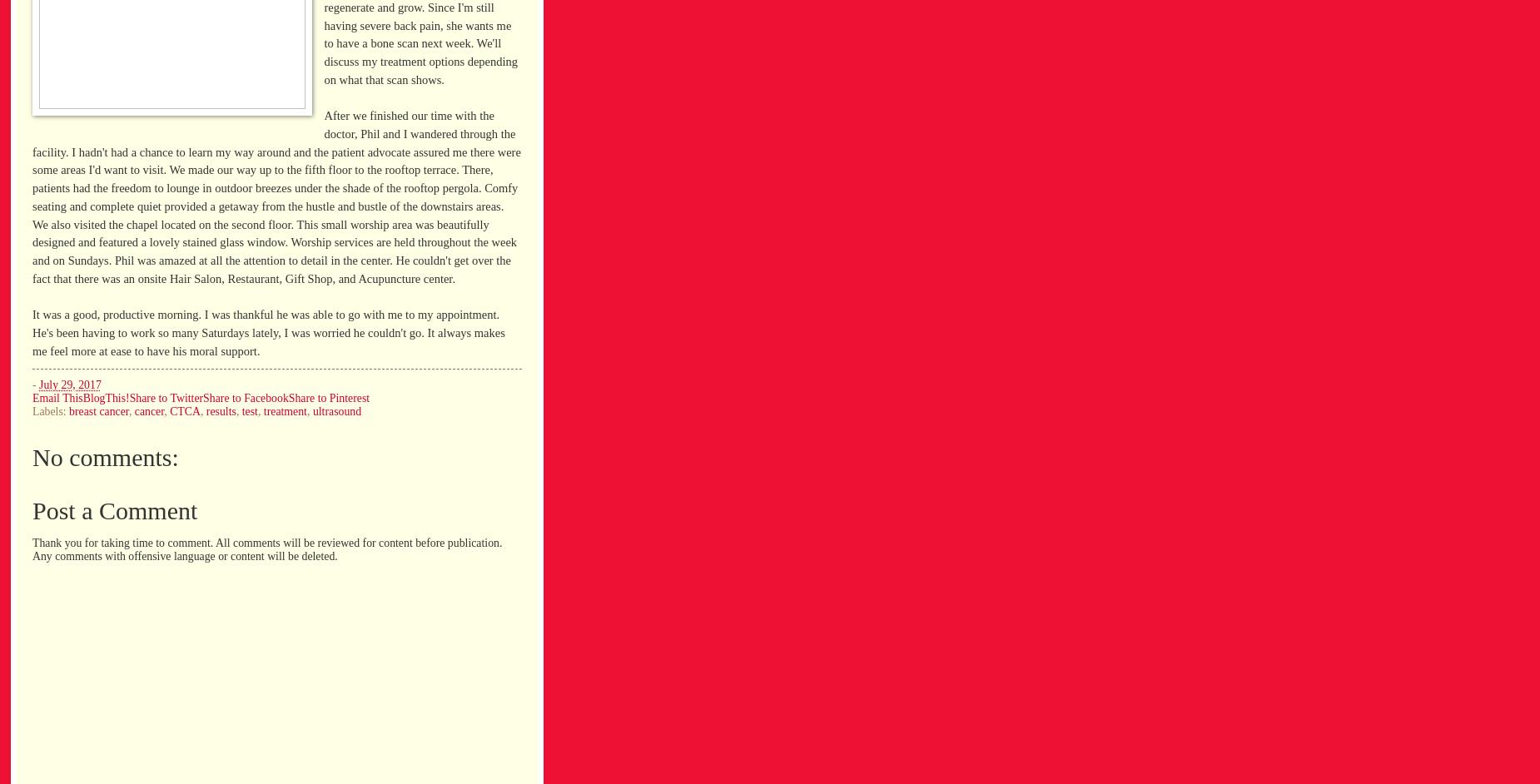 This screenshot has height=784, width=1540. I want to click on 'No comments:', so click(104, 456).